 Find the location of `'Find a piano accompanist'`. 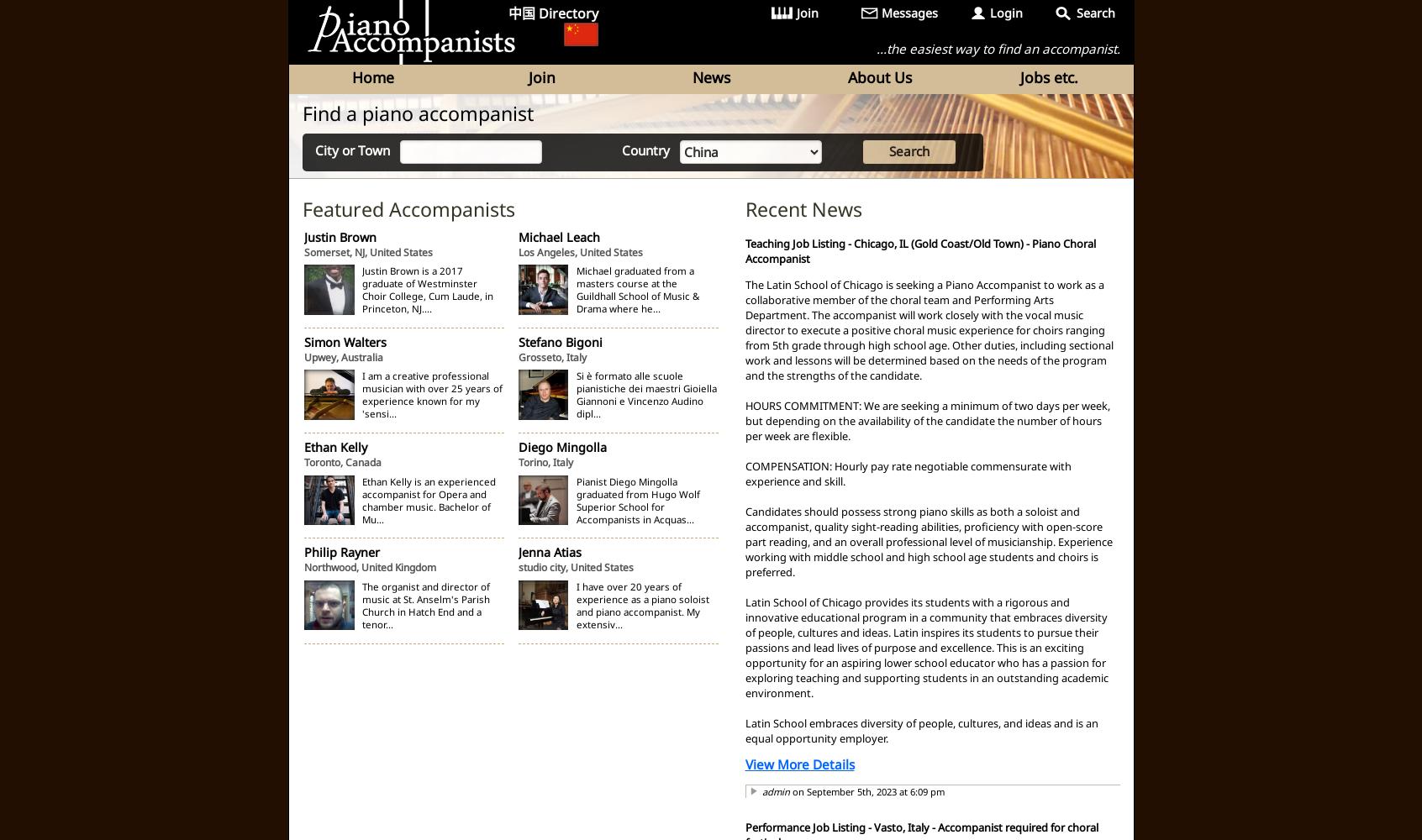

'Find a piano accompanist' is located at coordinates (417, 113).